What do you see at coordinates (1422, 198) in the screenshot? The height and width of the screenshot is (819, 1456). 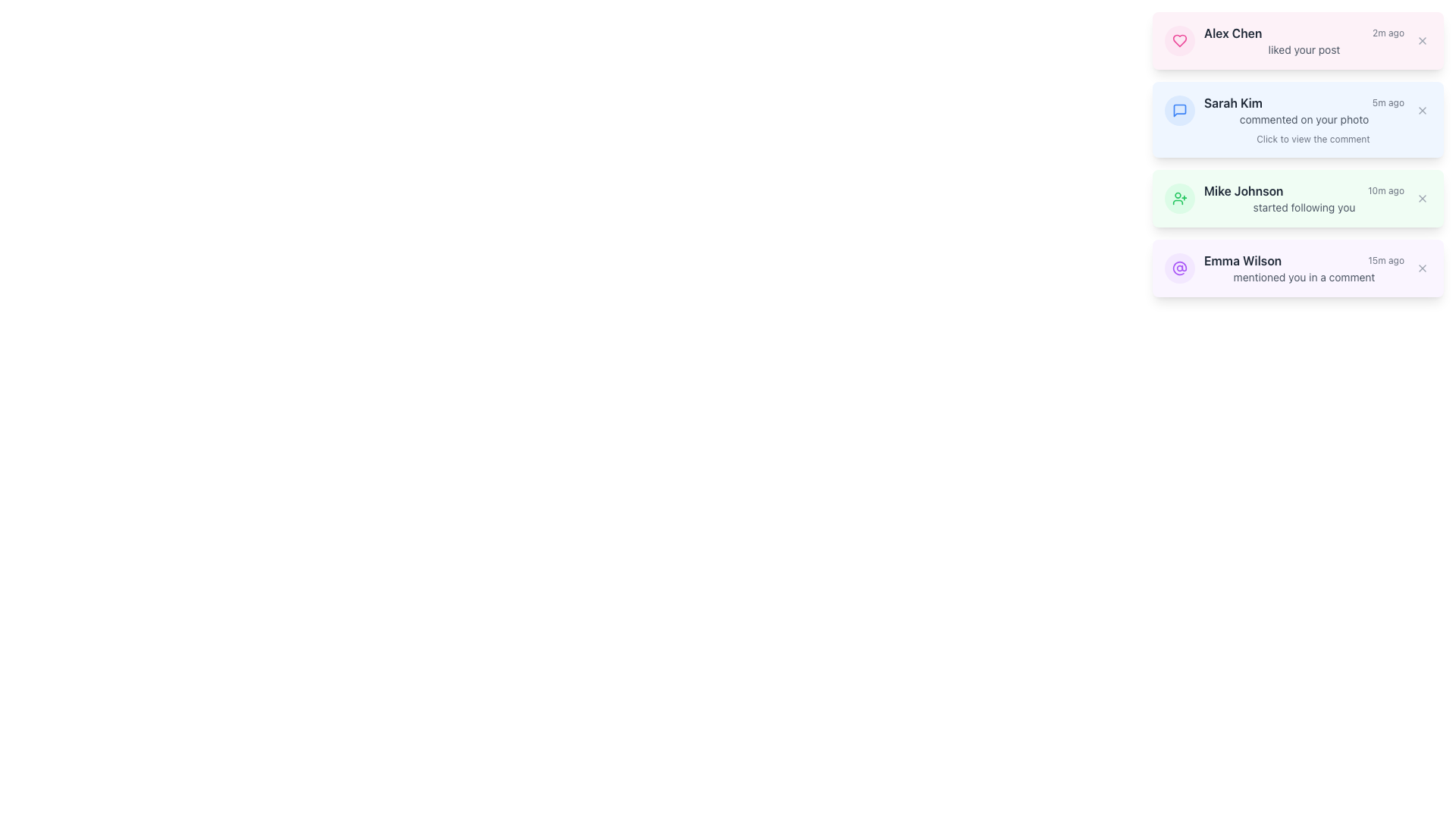 I see `the dismiss button located in the top-right section of the notification item for 'Mike Johnson started following you'` at bounding box center [1422, 198].